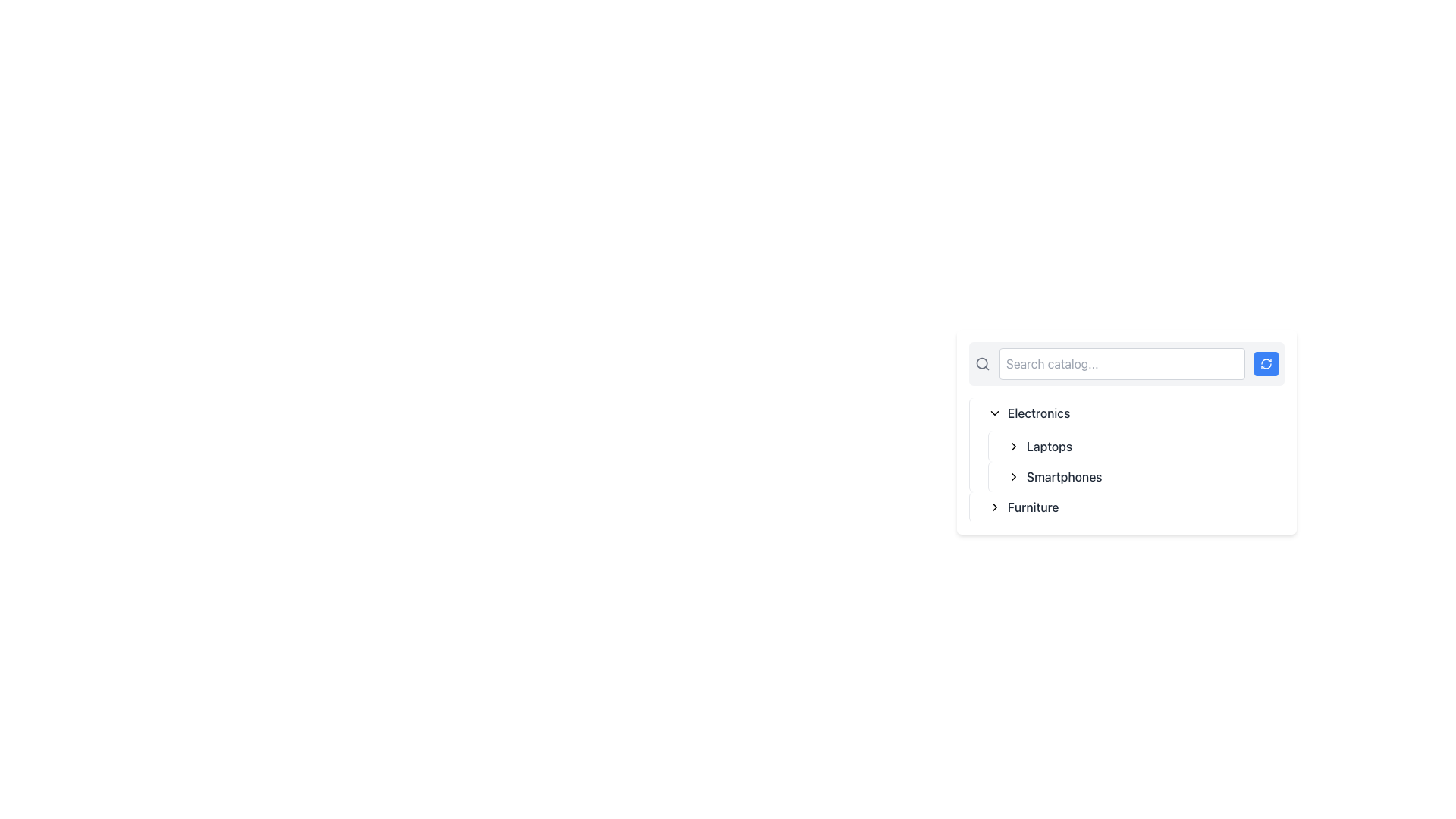 Image resolution: width=1456 pixels, height=819 pixels. I want to click on the 'Smartphones' text label located in the right-side navigation panel under the 'Electronics' category, which is styled as a menu item, so click(1063, 475).